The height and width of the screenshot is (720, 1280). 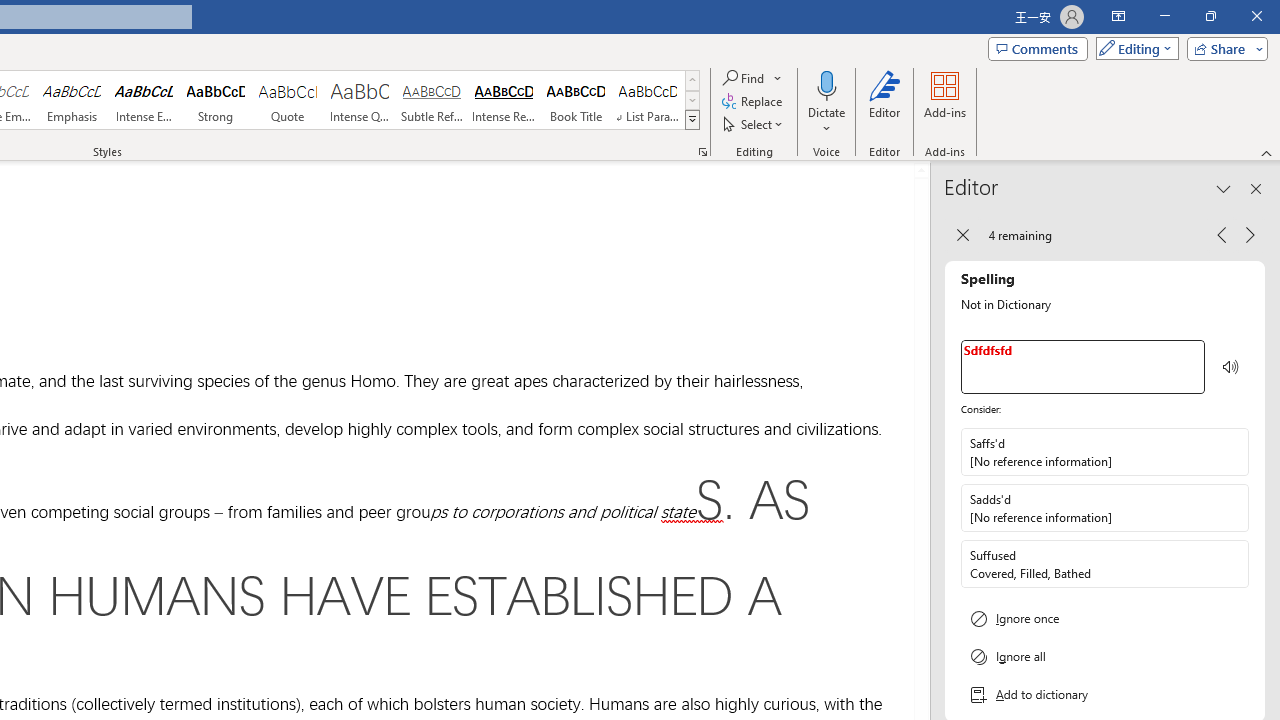 I want to click on 'Restore Down', so click(x=1209, y=16).